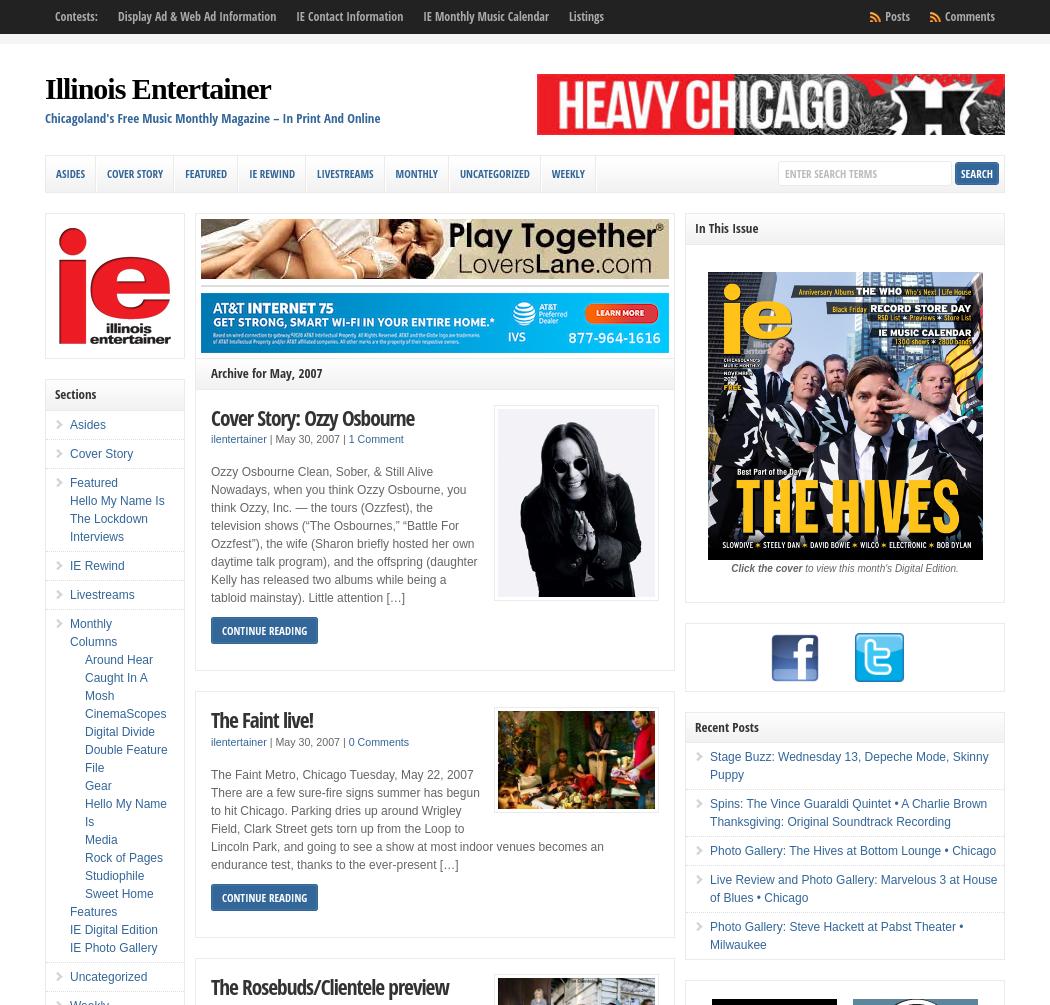 Image resolution: width=1050 pixels, height=1005 pixels. Describe the element at coordinates (694, 227) in the screenshot. I see `'In This Issue'` at that location.